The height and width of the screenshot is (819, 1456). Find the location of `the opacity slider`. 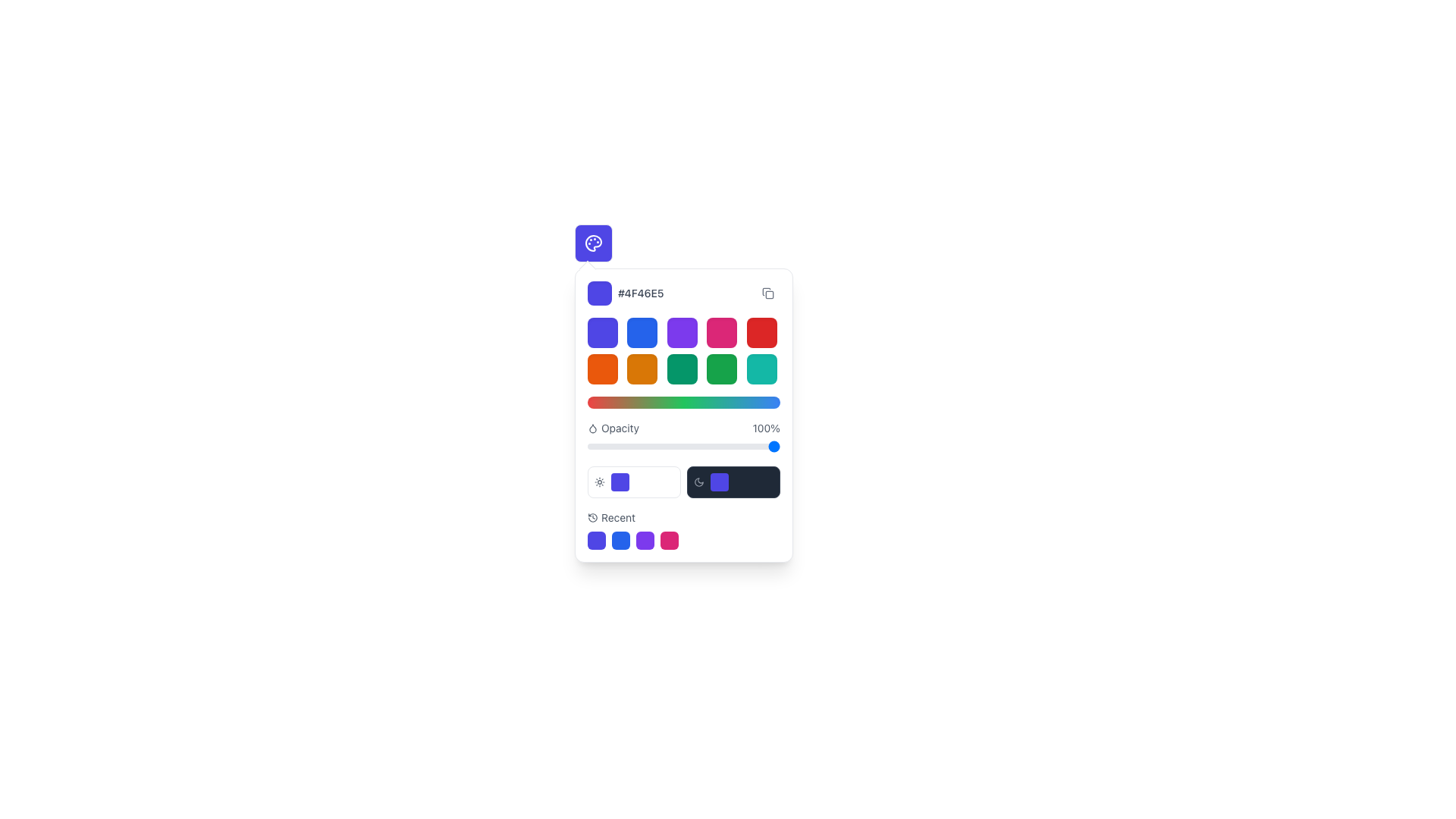

the opacity slider is located at coordinates (612, 446).